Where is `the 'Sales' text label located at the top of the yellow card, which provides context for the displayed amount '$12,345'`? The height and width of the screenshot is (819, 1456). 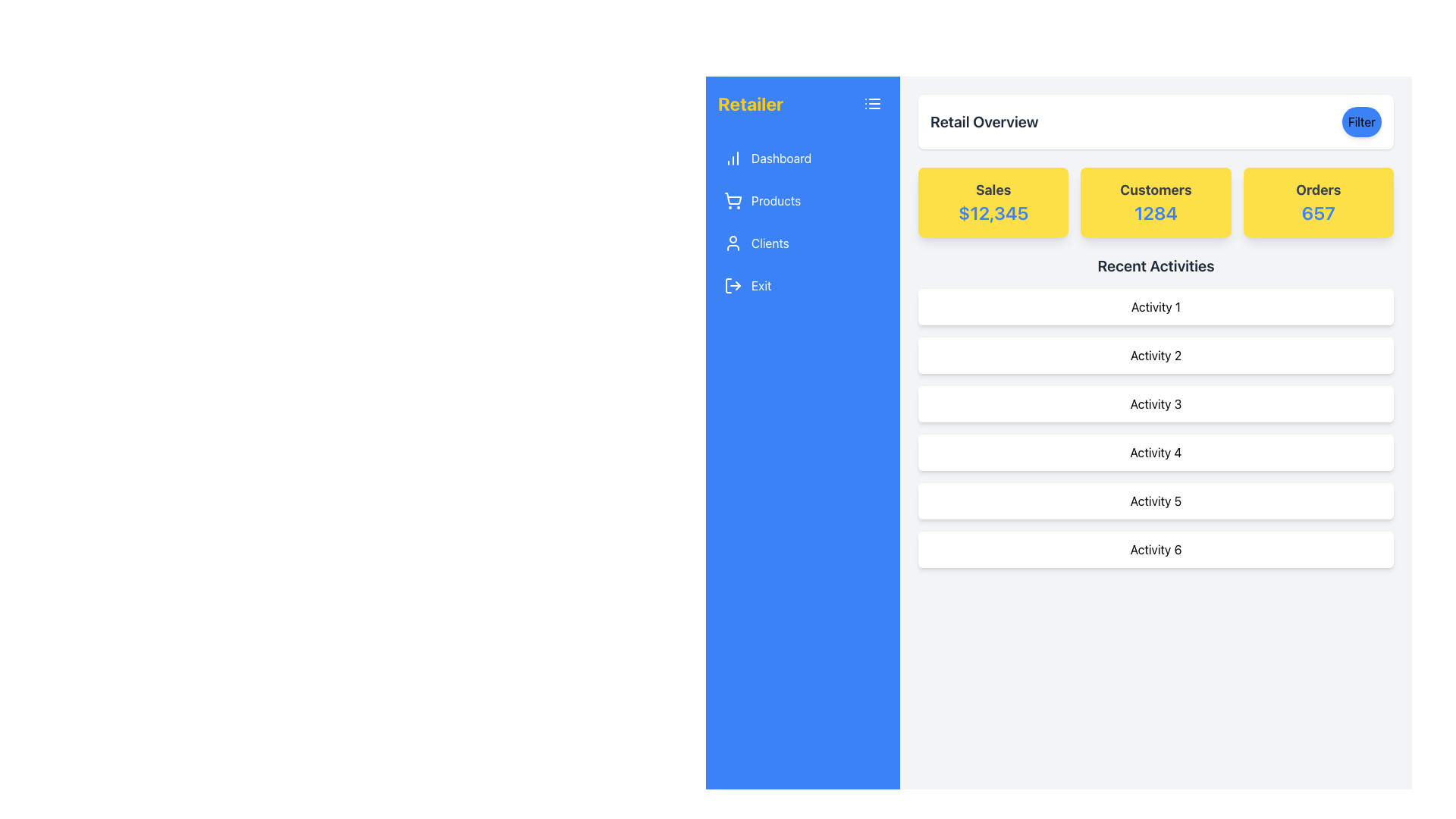 the 'Sales' text label located at the top of the yellow card, which provides context for the displayed amount '$12,345' is located at coordinates (993, 189).